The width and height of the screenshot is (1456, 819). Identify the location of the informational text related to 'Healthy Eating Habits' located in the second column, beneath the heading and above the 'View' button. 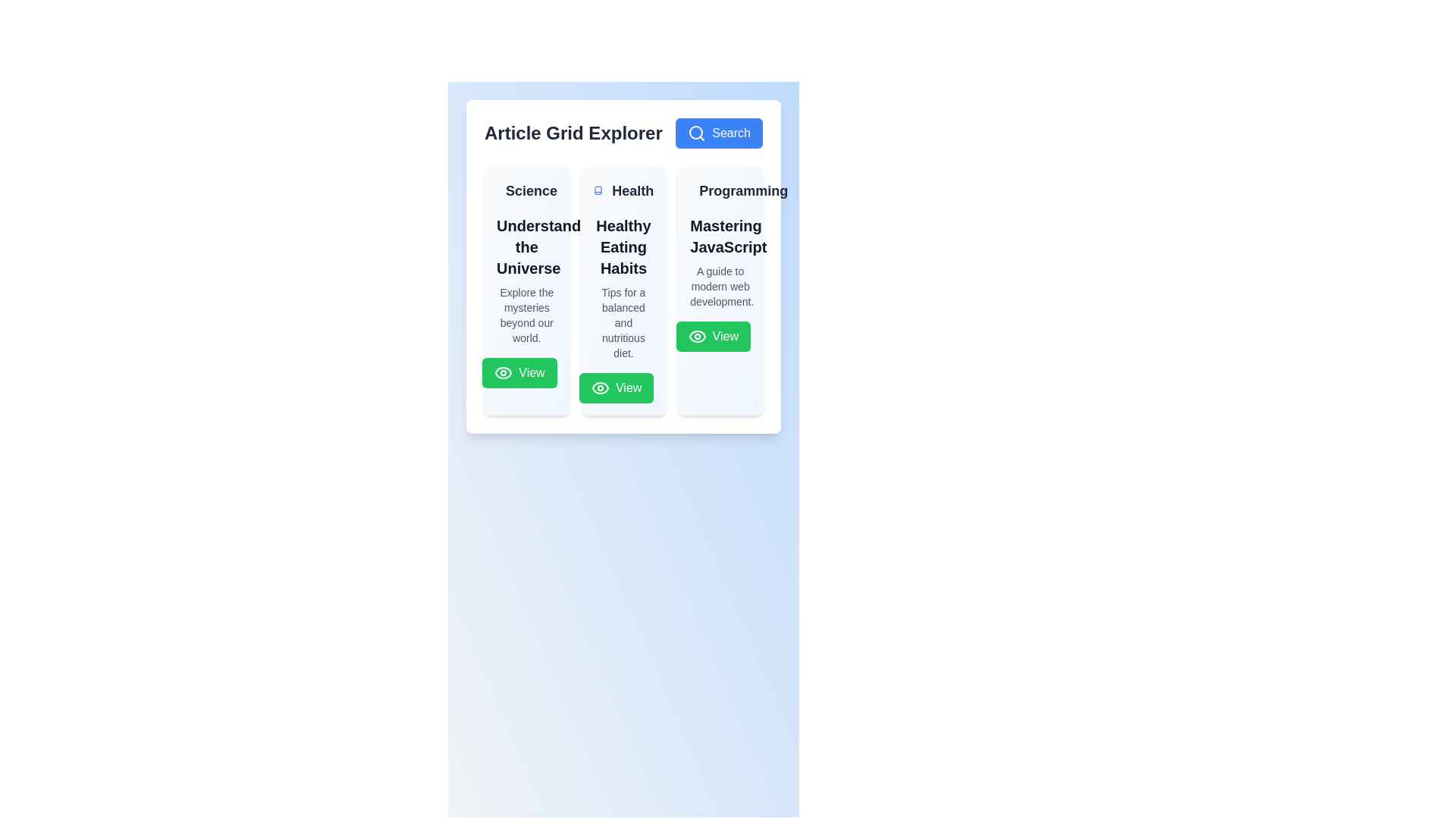
(623, 322).